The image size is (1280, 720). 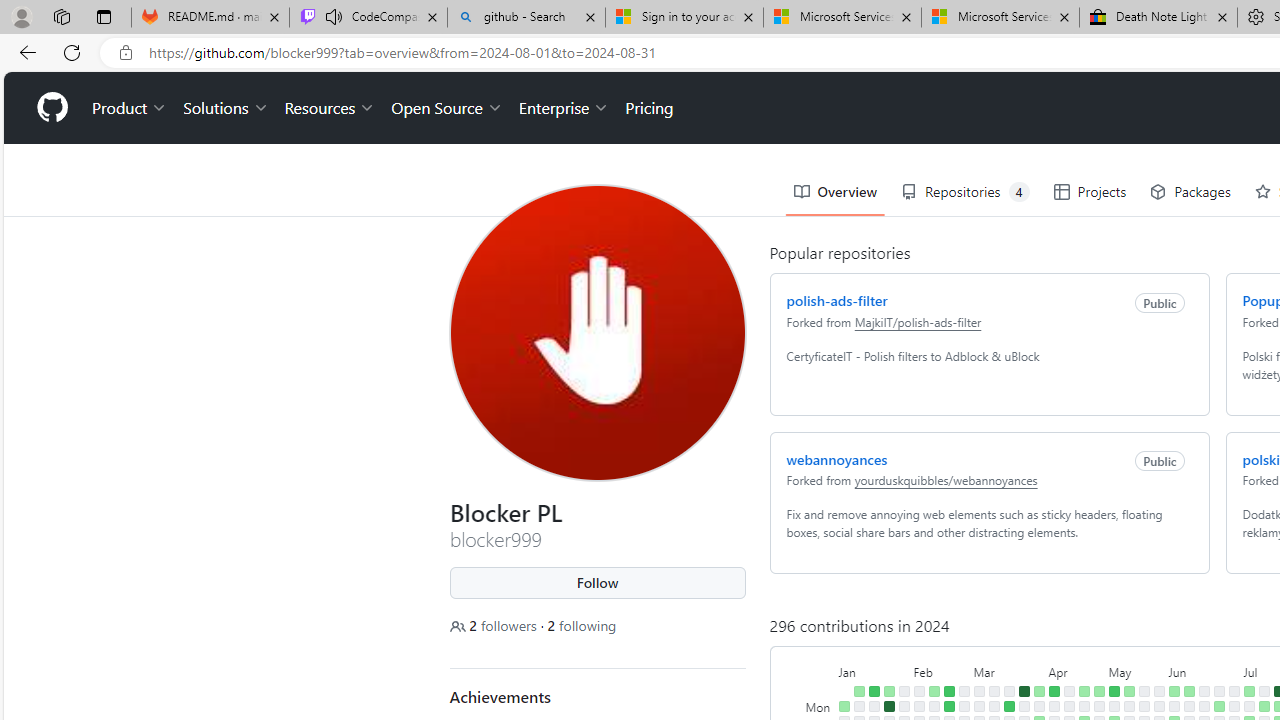 What do you see at coordinates (993, 690) in the screenshot?
I see `'No contributions on March 10th.'` at bounding box center [993, 690].